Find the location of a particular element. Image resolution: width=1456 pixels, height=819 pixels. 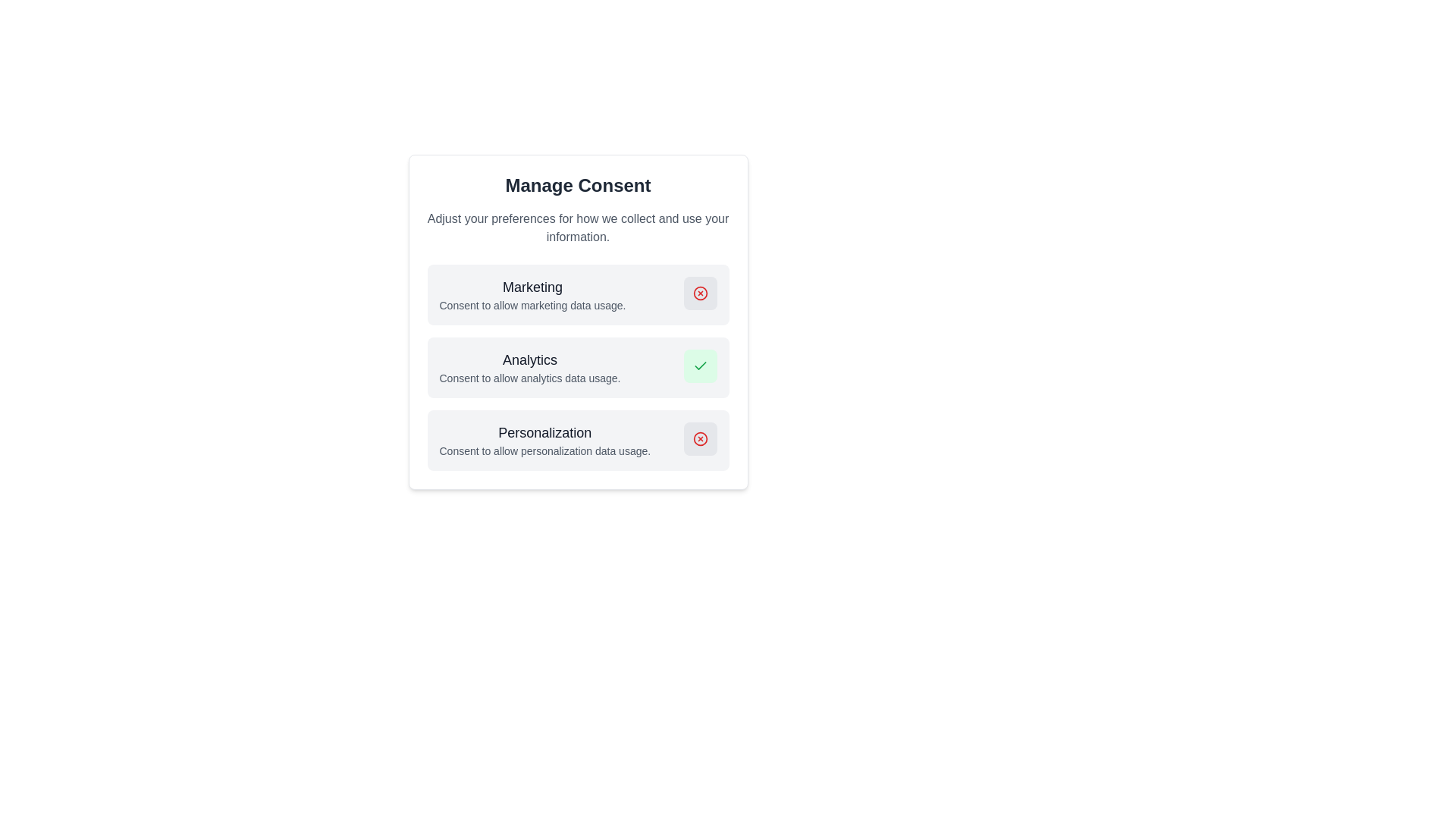

the descriptive text label located directly beneath the bold 'Personalization' title in the 'Manage Consent' section is located at coordinates (544, 450).